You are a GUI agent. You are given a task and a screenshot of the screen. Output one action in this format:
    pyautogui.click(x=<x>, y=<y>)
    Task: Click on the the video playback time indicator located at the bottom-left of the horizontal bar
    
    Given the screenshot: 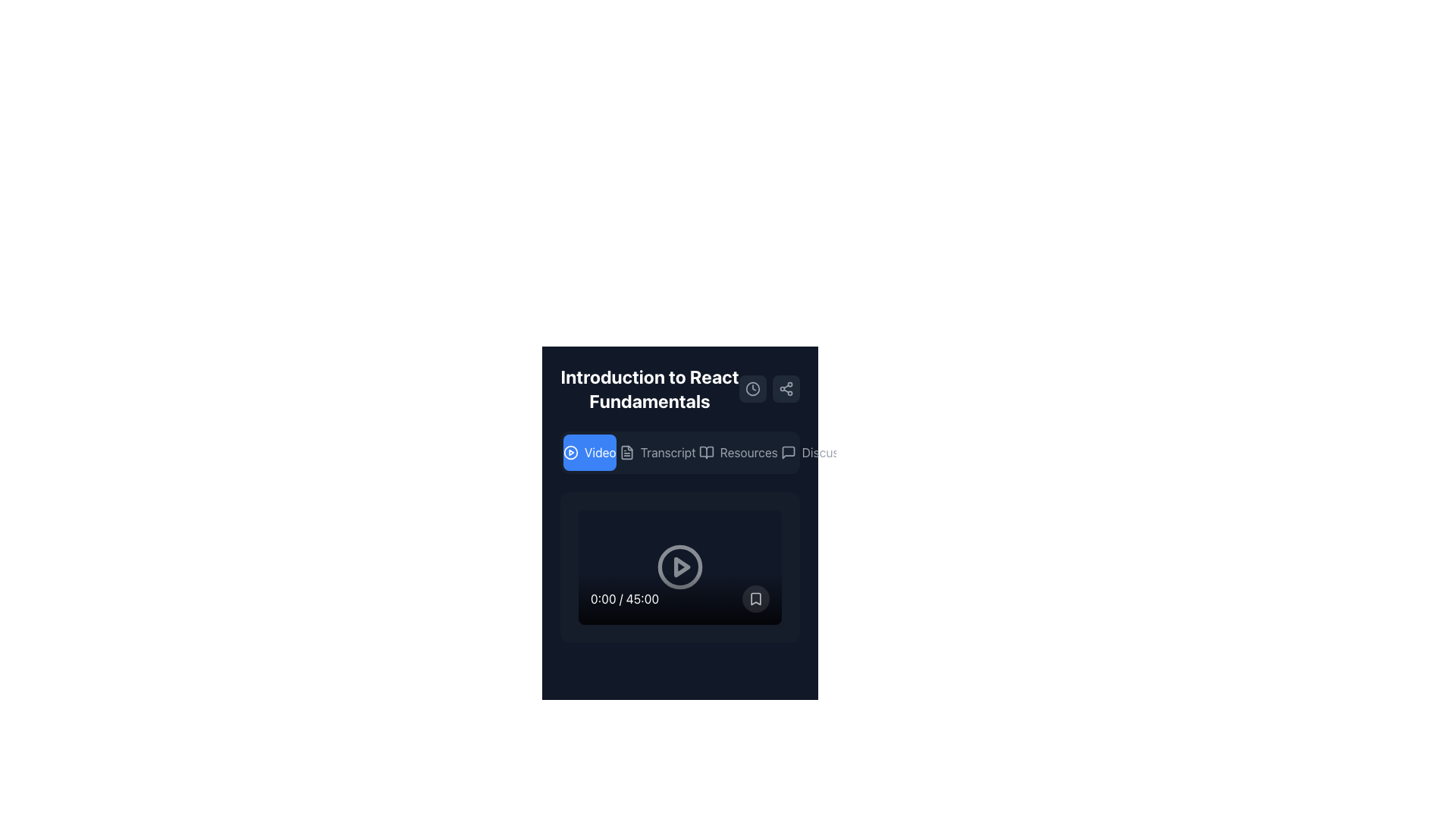 What is the action you would take?
    pyautogui.click(x=625, y=598)
    